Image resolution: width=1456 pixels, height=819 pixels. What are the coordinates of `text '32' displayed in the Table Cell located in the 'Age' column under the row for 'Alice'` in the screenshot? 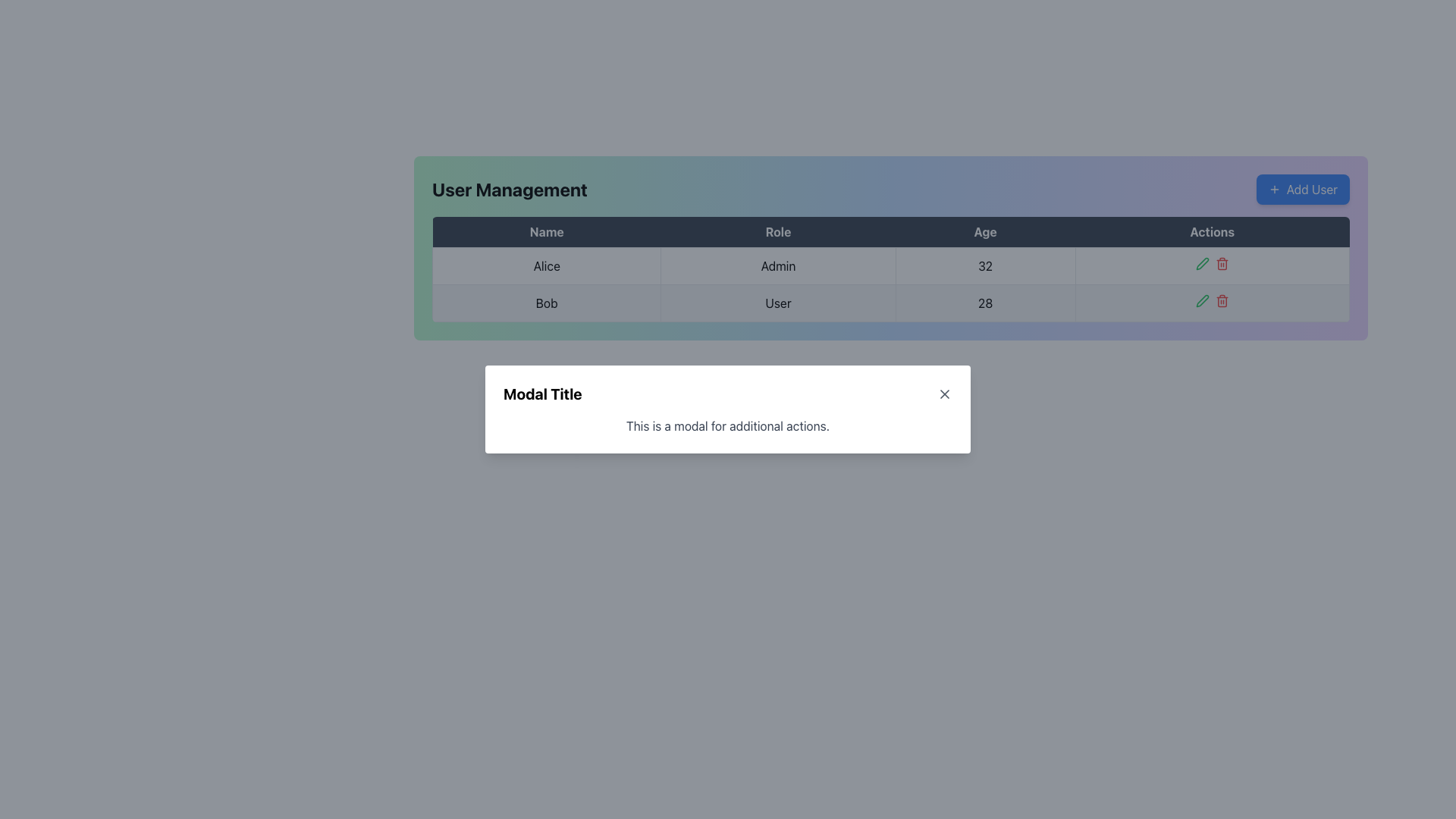 It's located at (985, 265).